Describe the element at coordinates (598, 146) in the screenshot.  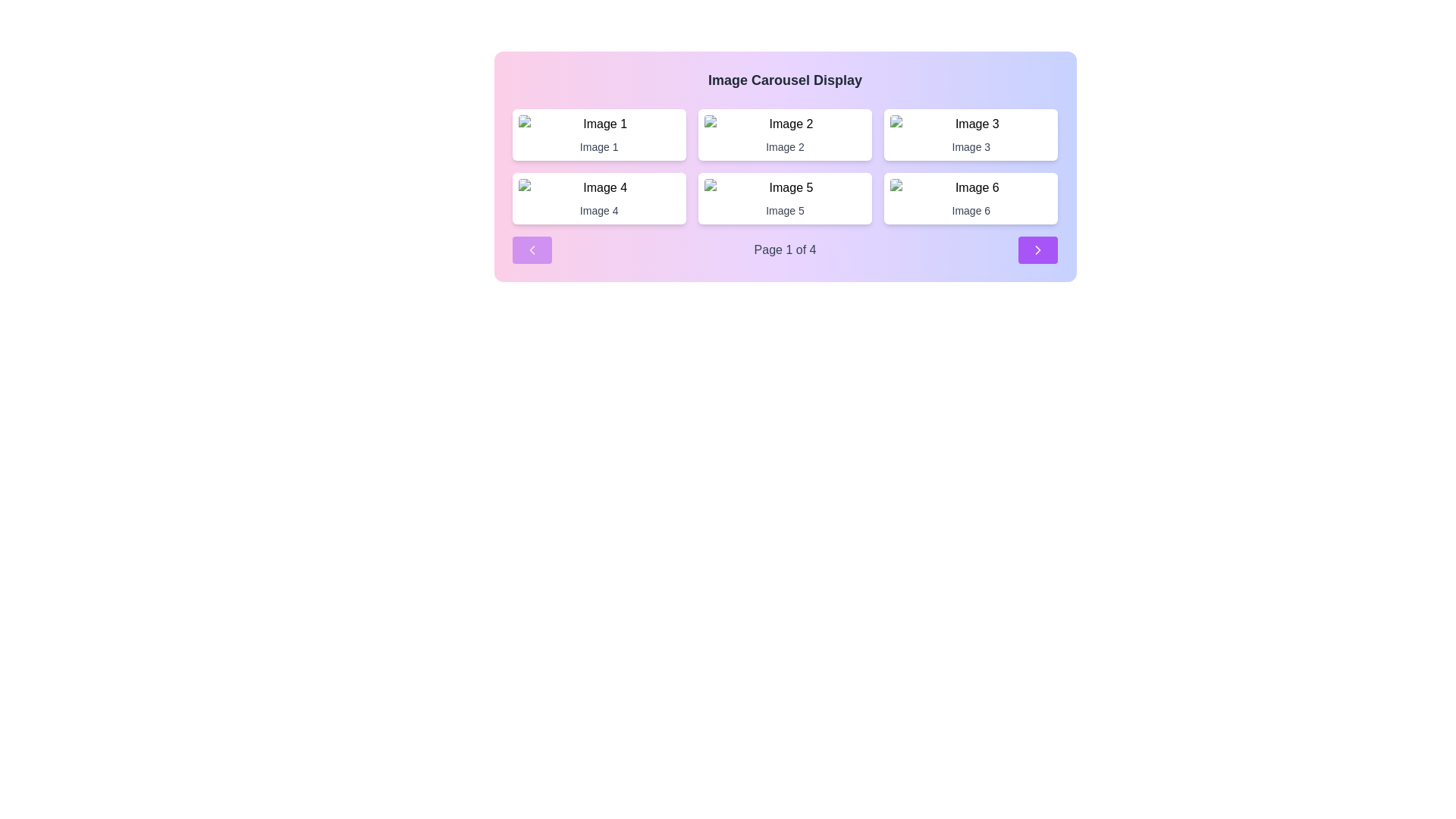
I see `the text label element that displays 'Image 1', which is centered beneath an image placeholder in the first card of a 3x2 grid layout within a carousel component` at that location.